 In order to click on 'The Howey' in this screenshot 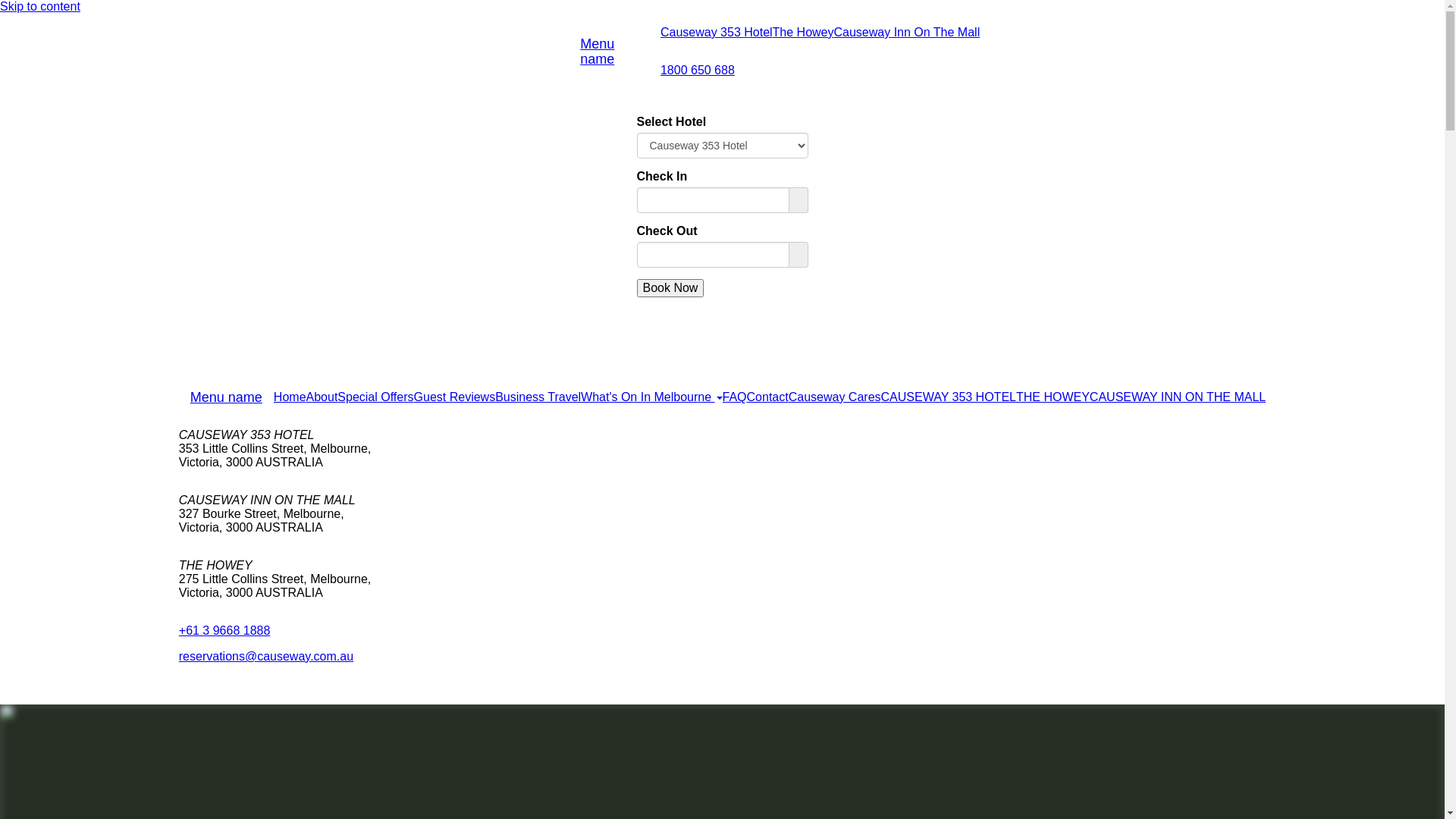, I will do `click(802, 32)`.